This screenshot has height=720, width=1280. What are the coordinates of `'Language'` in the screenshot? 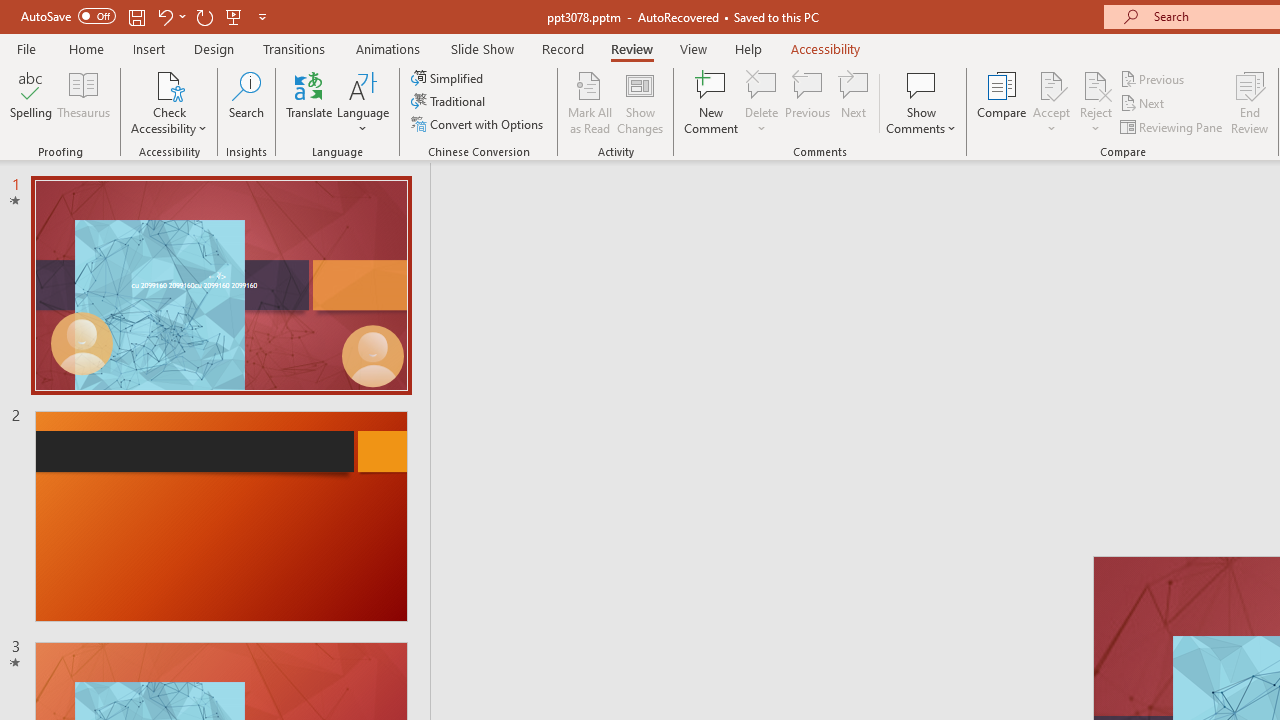 It's located at (363, 103).